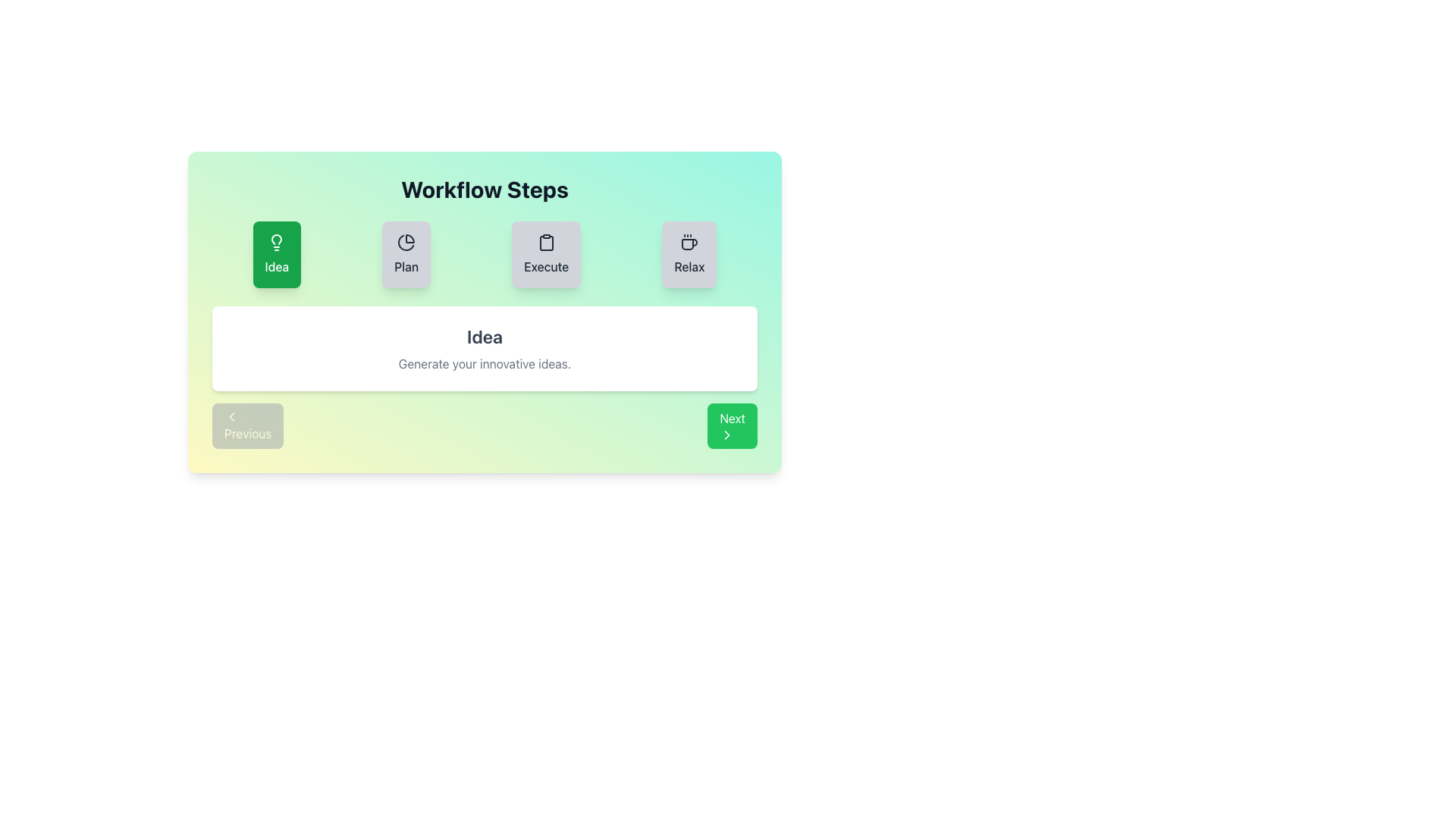 The height and width of the screenshot is (819, 1456). I want to click on the 'Plan' button in the workflow sequence to possibly see a tooltip or change the style, so click(406, 253).